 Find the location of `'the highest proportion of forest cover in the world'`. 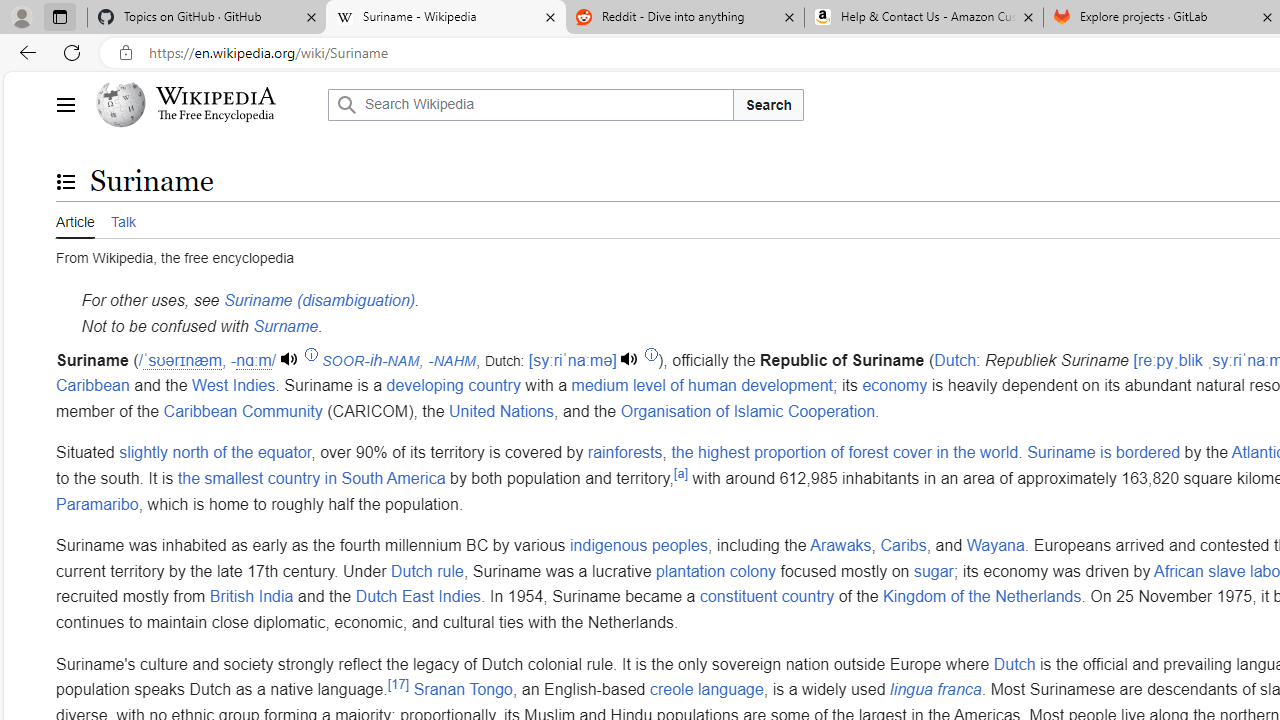

'the highest proportion of forest cover in the world' is located at coordinates (844, 453).